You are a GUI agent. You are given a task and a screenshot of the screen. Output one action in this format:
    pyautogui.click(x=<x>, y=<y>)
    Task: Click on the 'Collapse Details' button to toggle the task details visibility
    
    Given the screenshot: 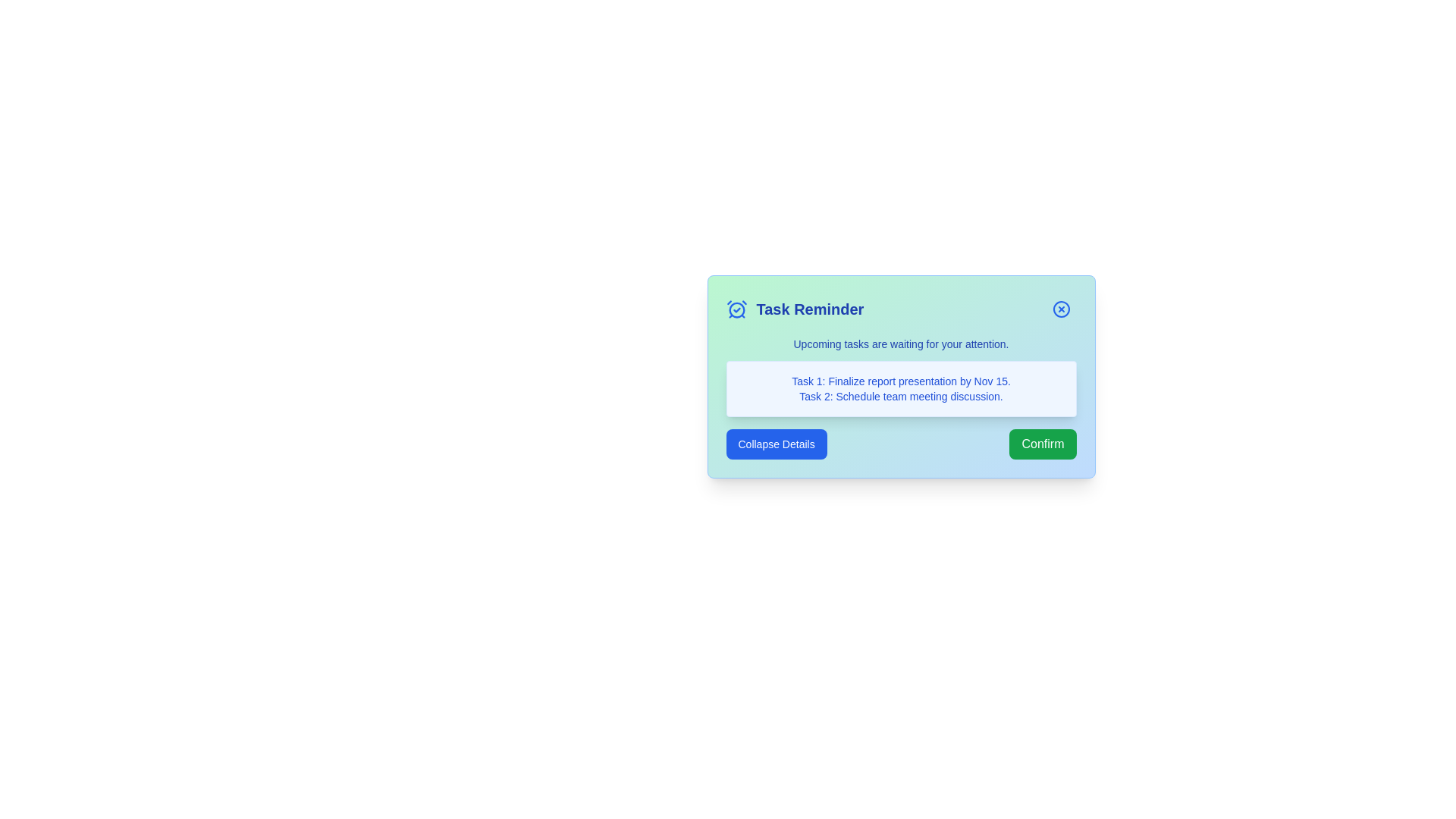 What is the action you would take?
    pyautogui.click(x=776, y=444)
    